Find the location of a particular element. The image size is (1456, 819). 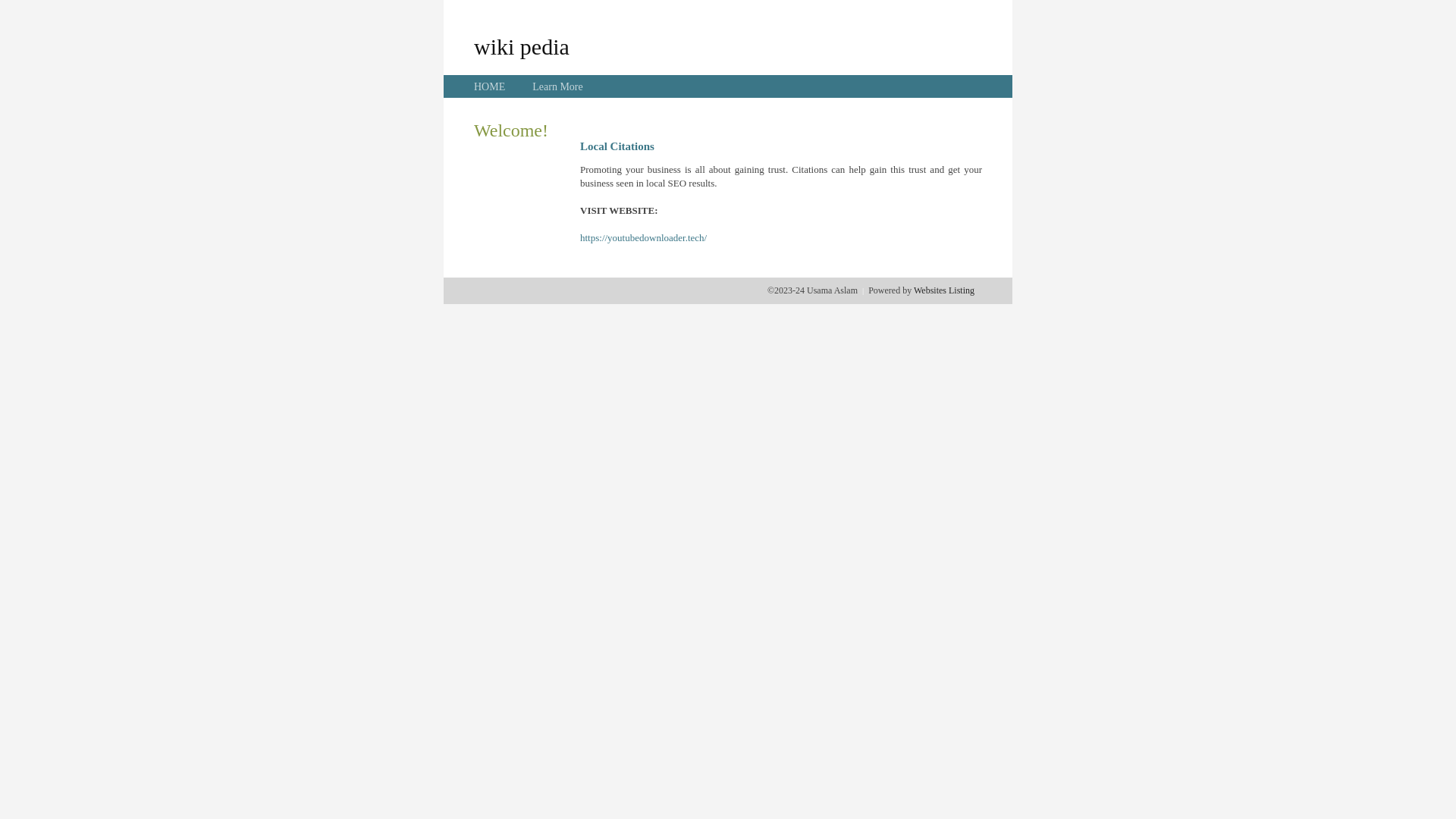

'Websites Listing' is located at coordinates (912, 290).